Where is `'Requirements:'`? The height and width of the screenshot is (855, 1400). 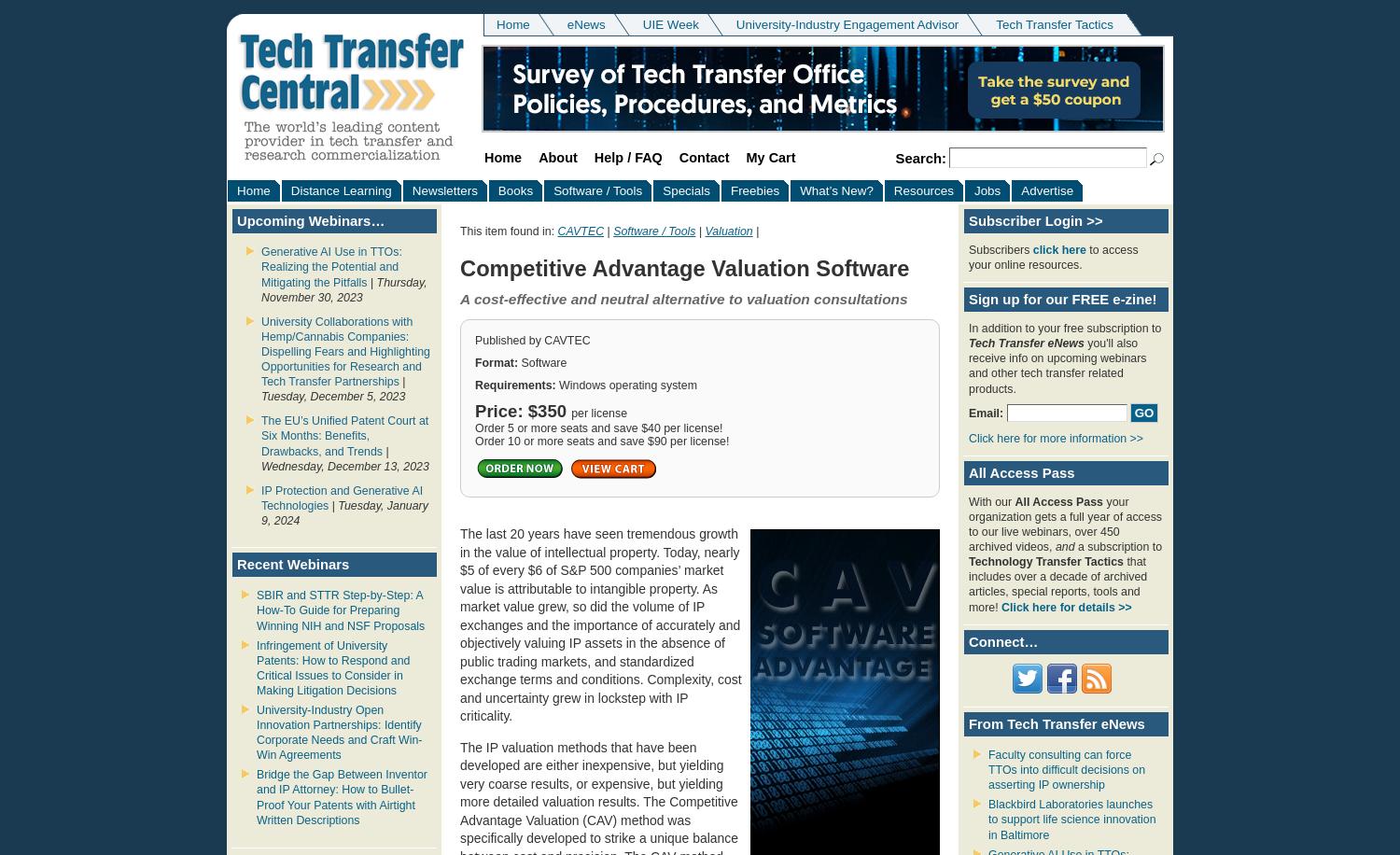 'Requirements:' is located at coordinates (515, 385).